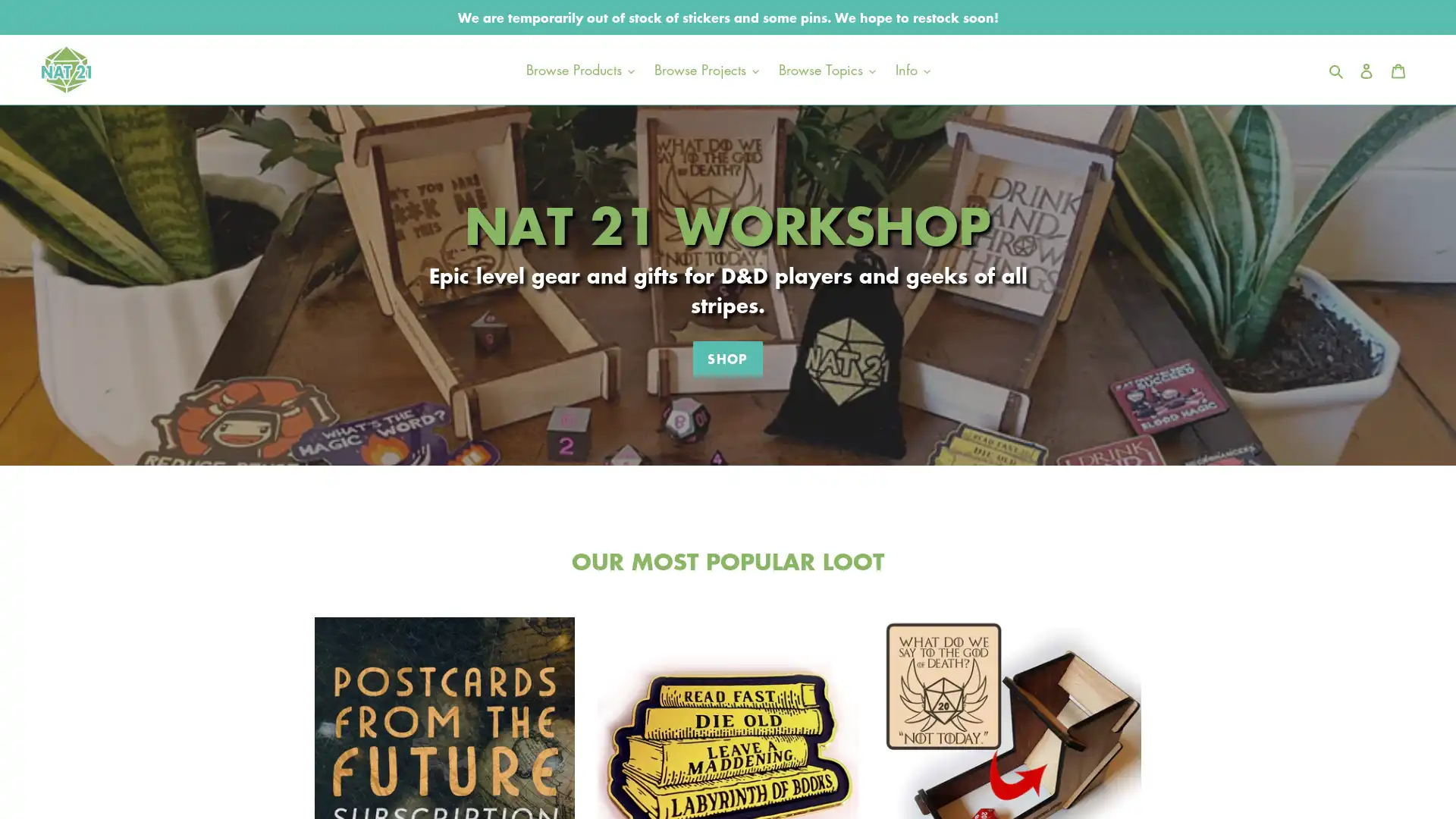 This screenshot has width=1456, height=819. I want to click on Search, so click(1337, 69).